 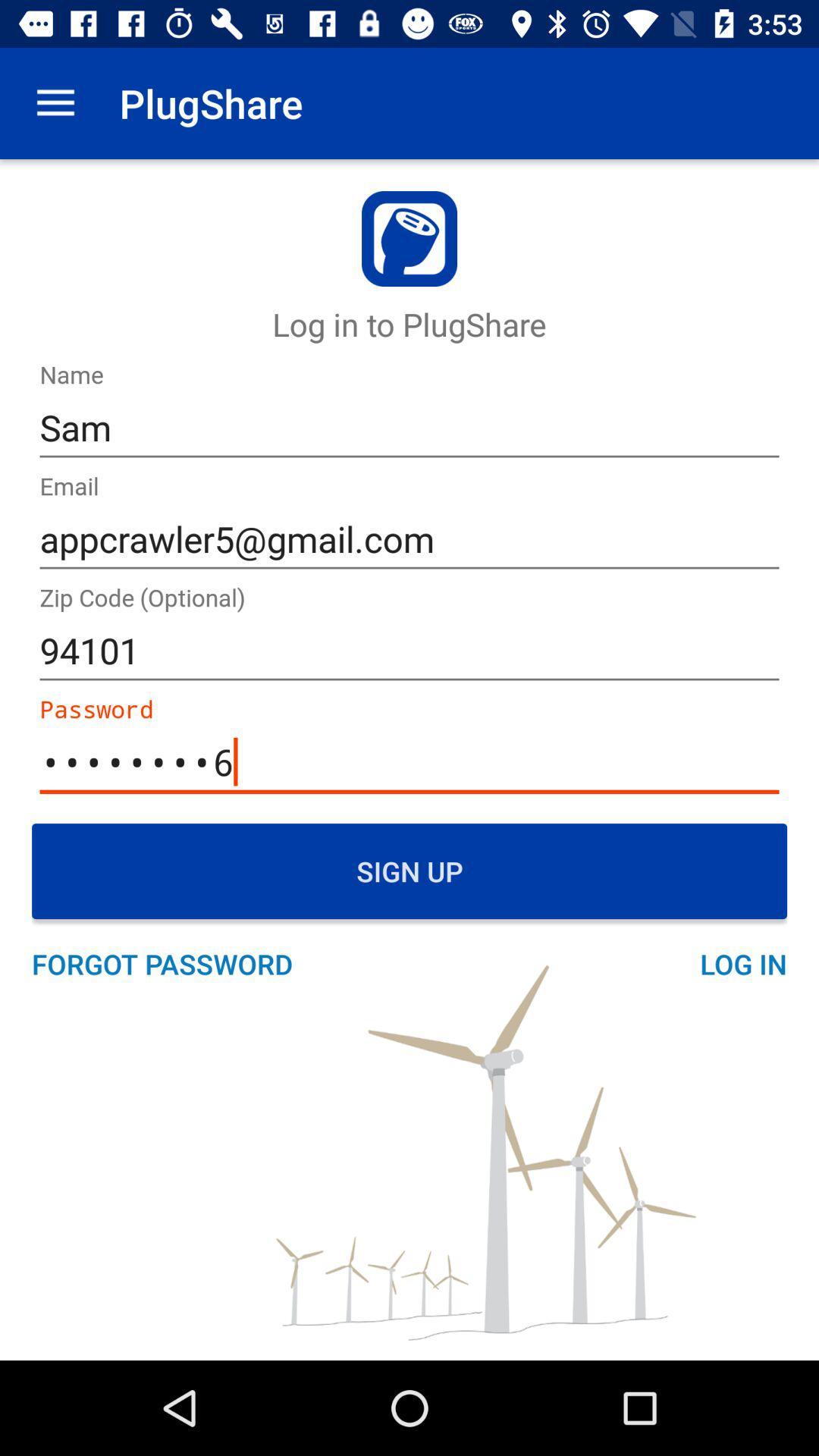 What do you see at coordinates (409, 539) in the screenshot?
I see `item below sam icon` at bounding box center [409, 539].